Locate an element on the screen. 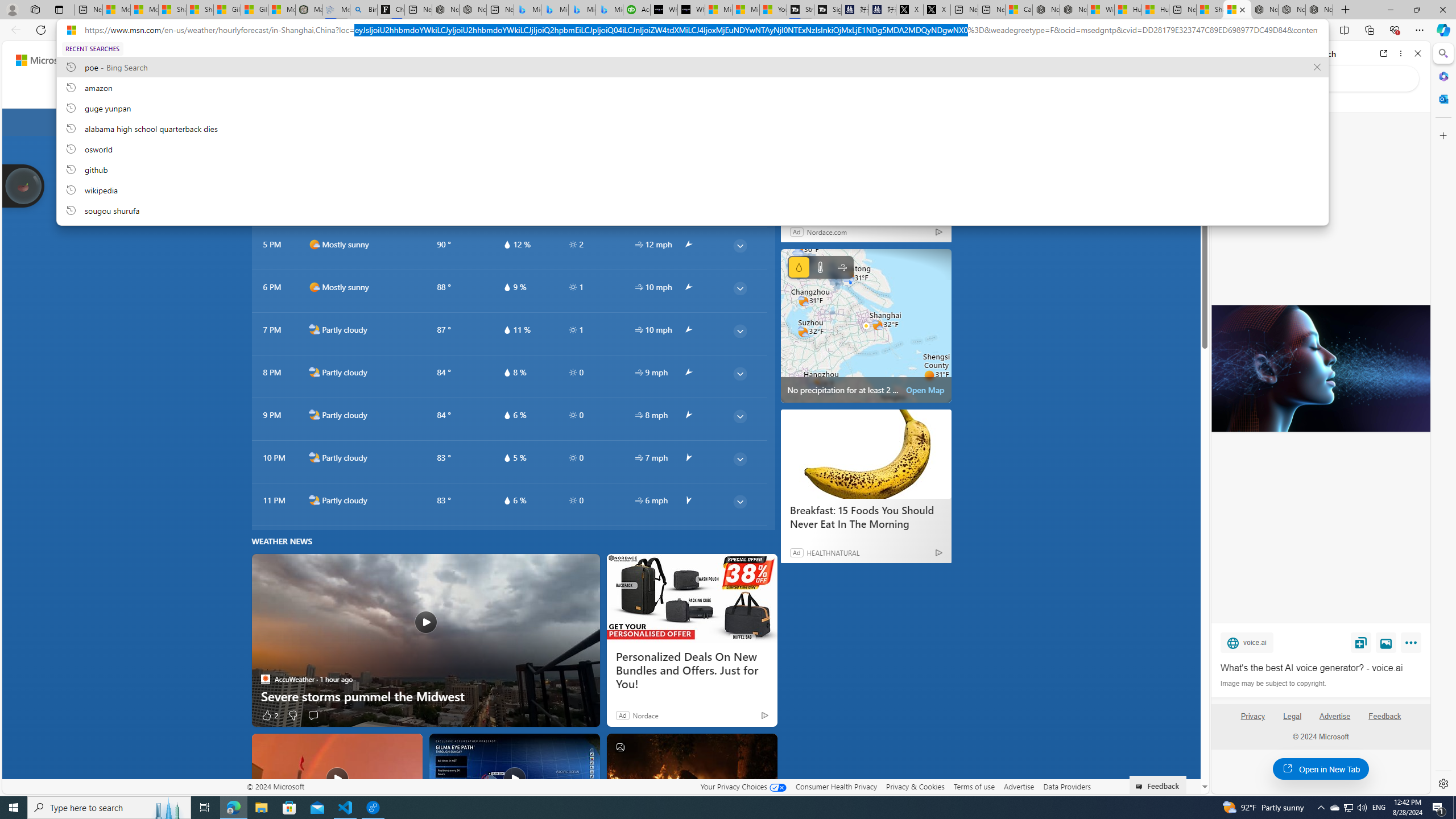 This screenshot has width=1456, height=819. 'Skip to footer' is located at coordinates (46, 59).